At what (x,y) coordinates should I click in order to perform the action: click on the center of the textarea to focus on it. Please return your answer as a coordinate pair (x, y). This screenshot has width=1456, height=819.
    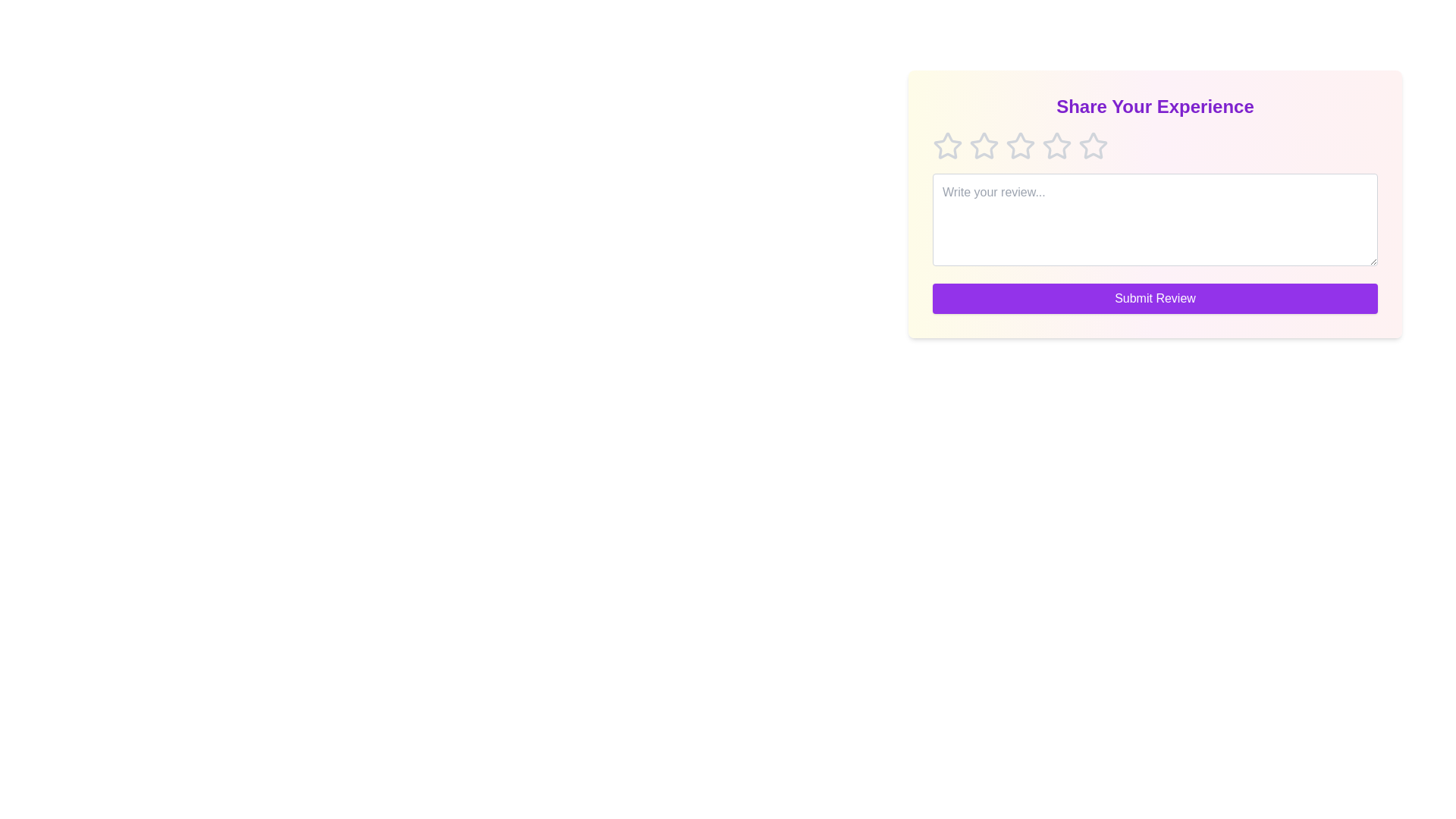
    Looking at the image, I should click on (1154, 219).